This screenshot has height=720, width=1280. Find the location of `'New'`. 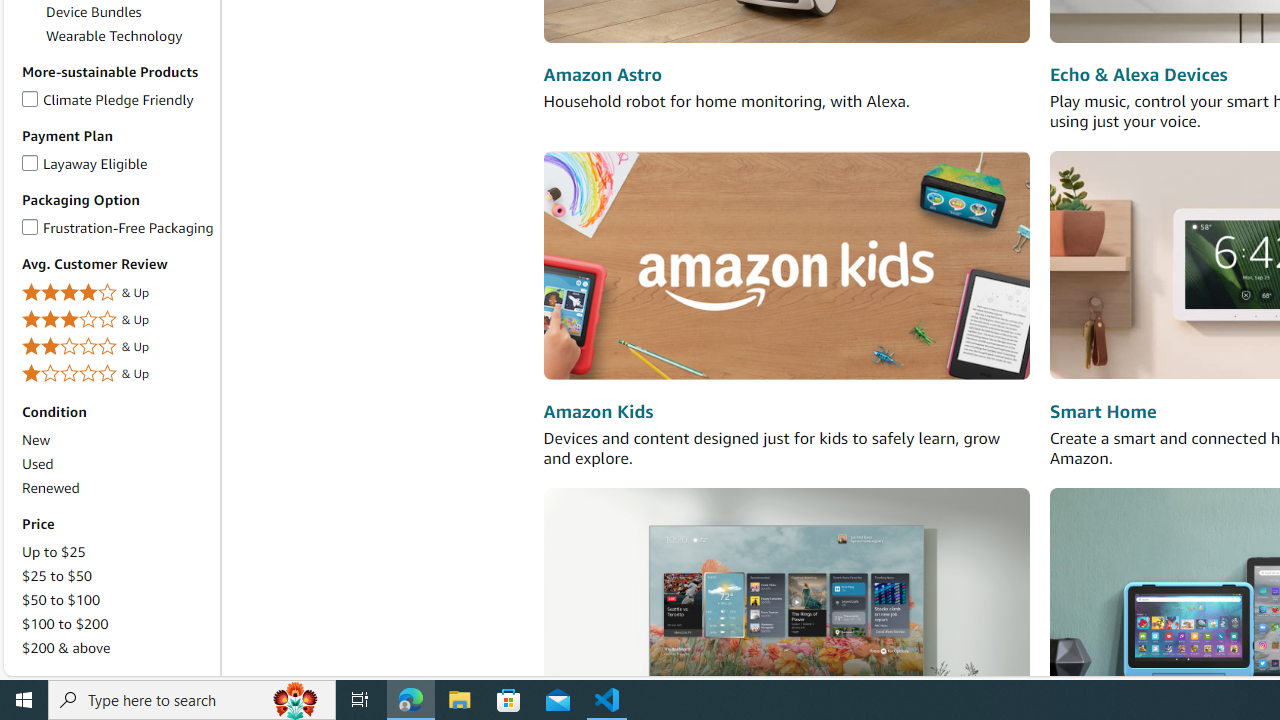

'New' is located at coordinates (36, 439).